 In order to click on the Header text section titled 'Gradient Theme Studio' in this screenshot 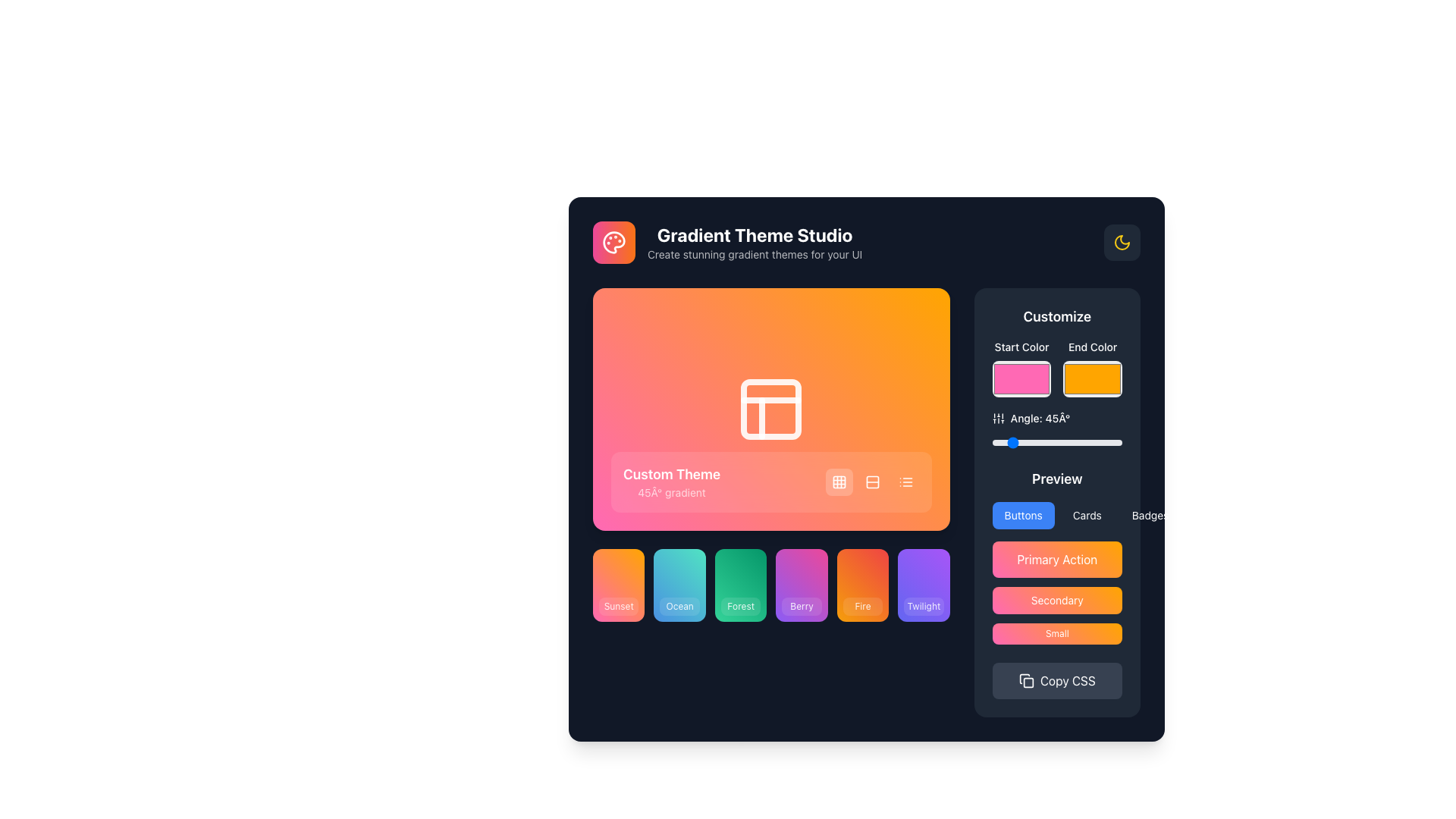, I will do `click(726, 242)`.